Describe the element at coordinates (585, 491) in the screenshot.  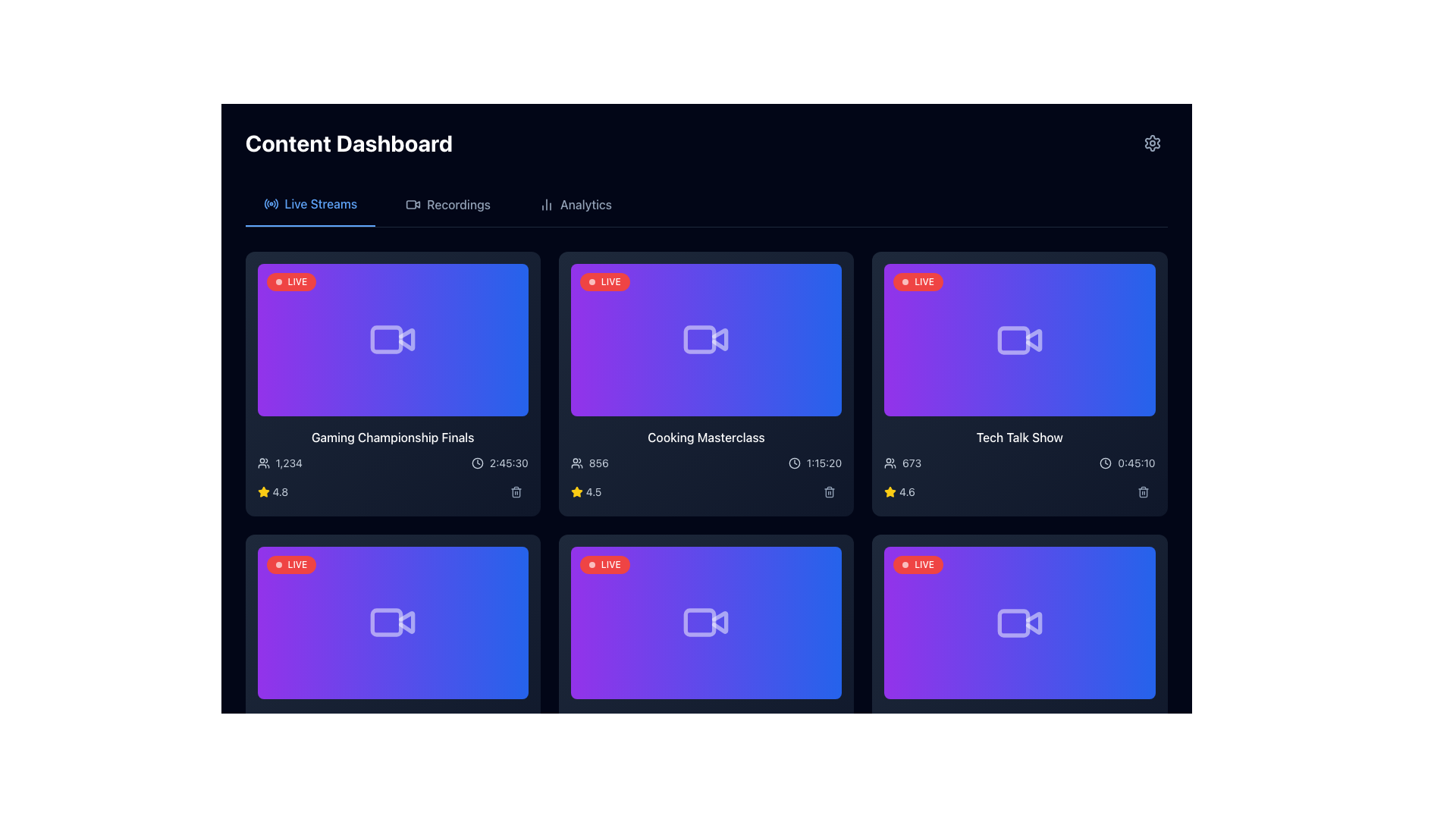
I see `the Rating indicator, which consists of a yellow star icon followed by the numeric text '4.5', located at the bottom left of the 'Cooking Masterclass' video card` at that location.